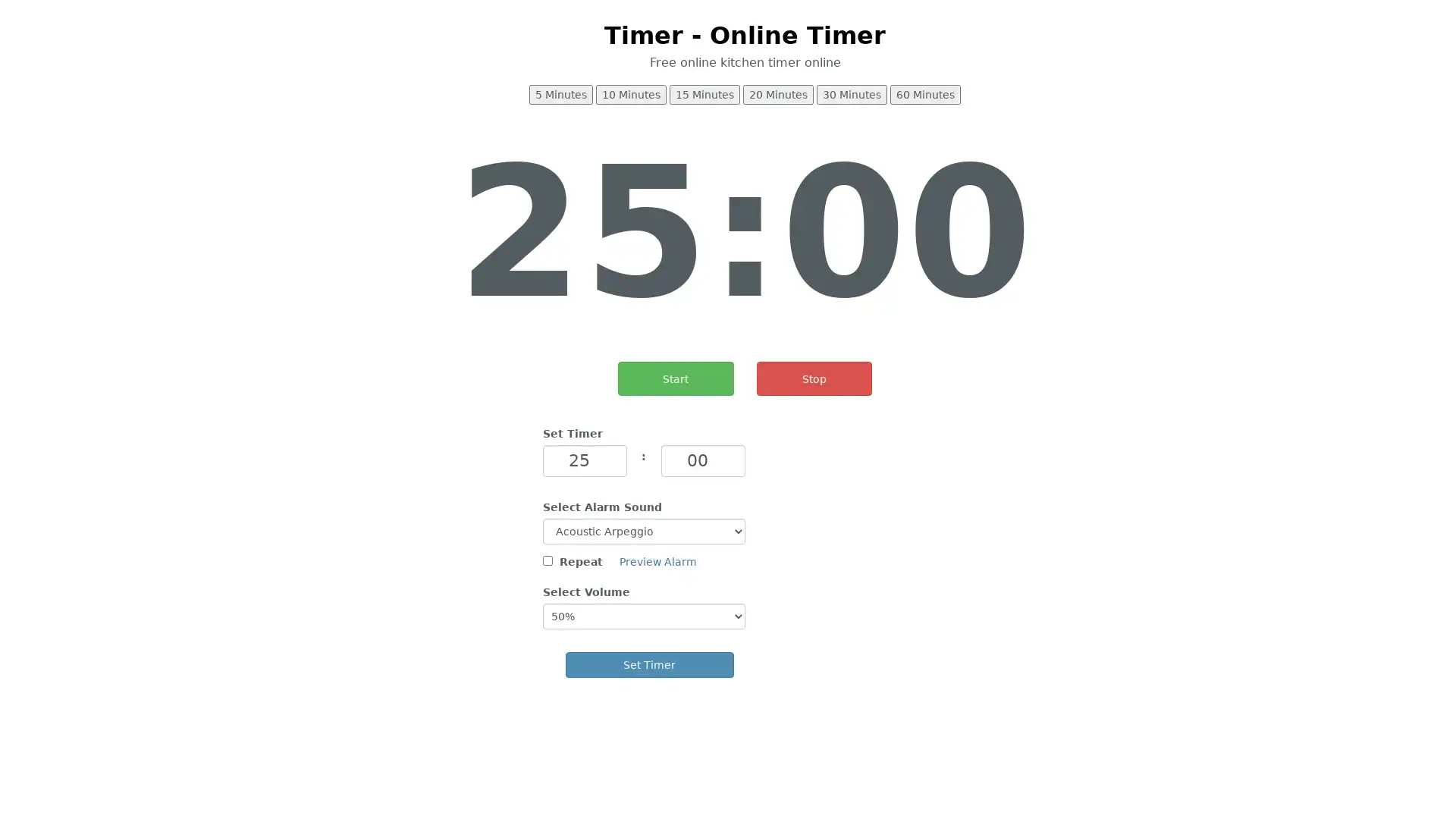 This screenshot has width=1456, height=819. I want to click on 30 Minutes, so click(852, 93).